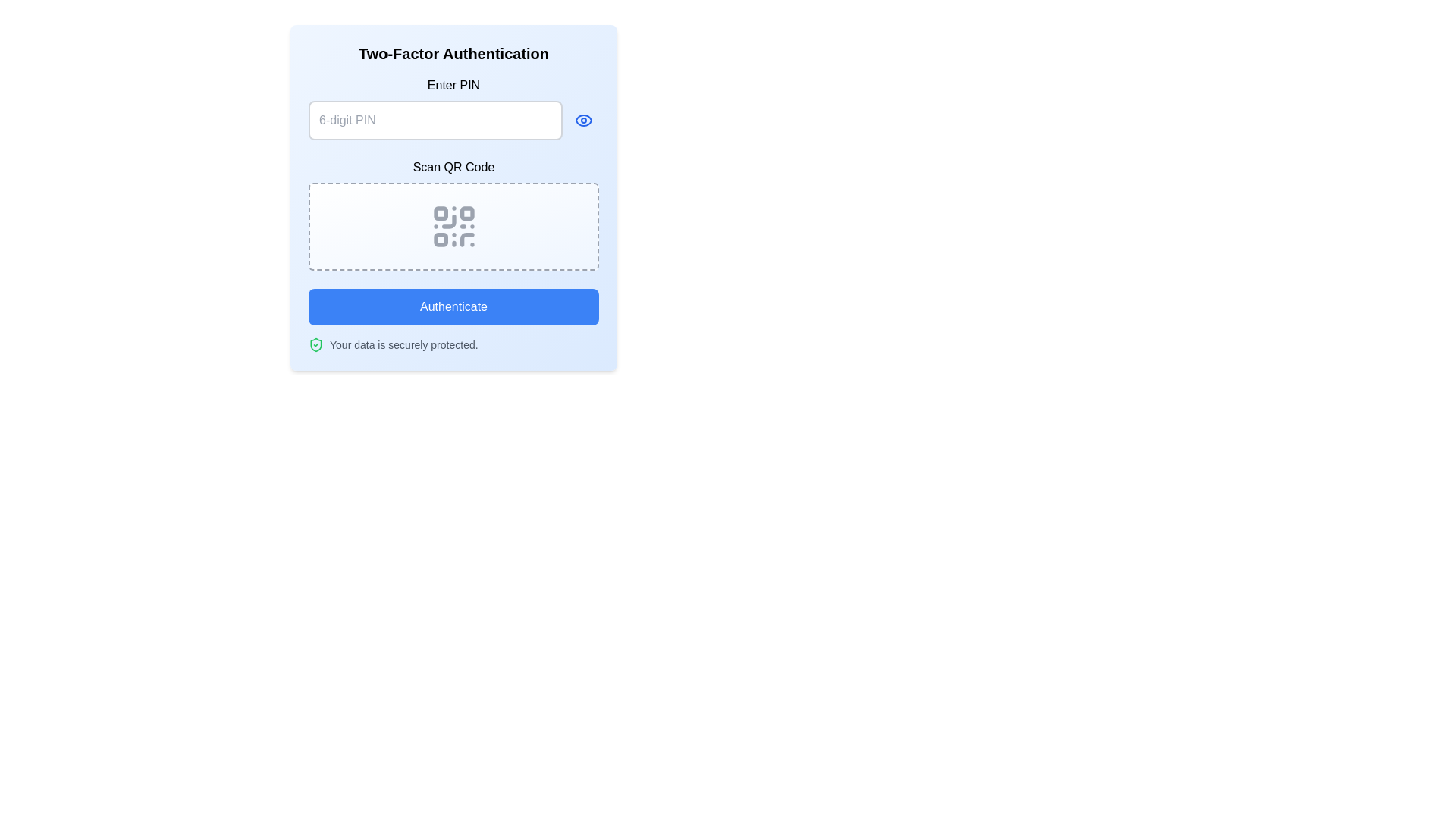  I want to click on the QR code icon in the 'Two-Factor Authentication' section, which is centrally aligned within a dashed border box, so click(453, 227).